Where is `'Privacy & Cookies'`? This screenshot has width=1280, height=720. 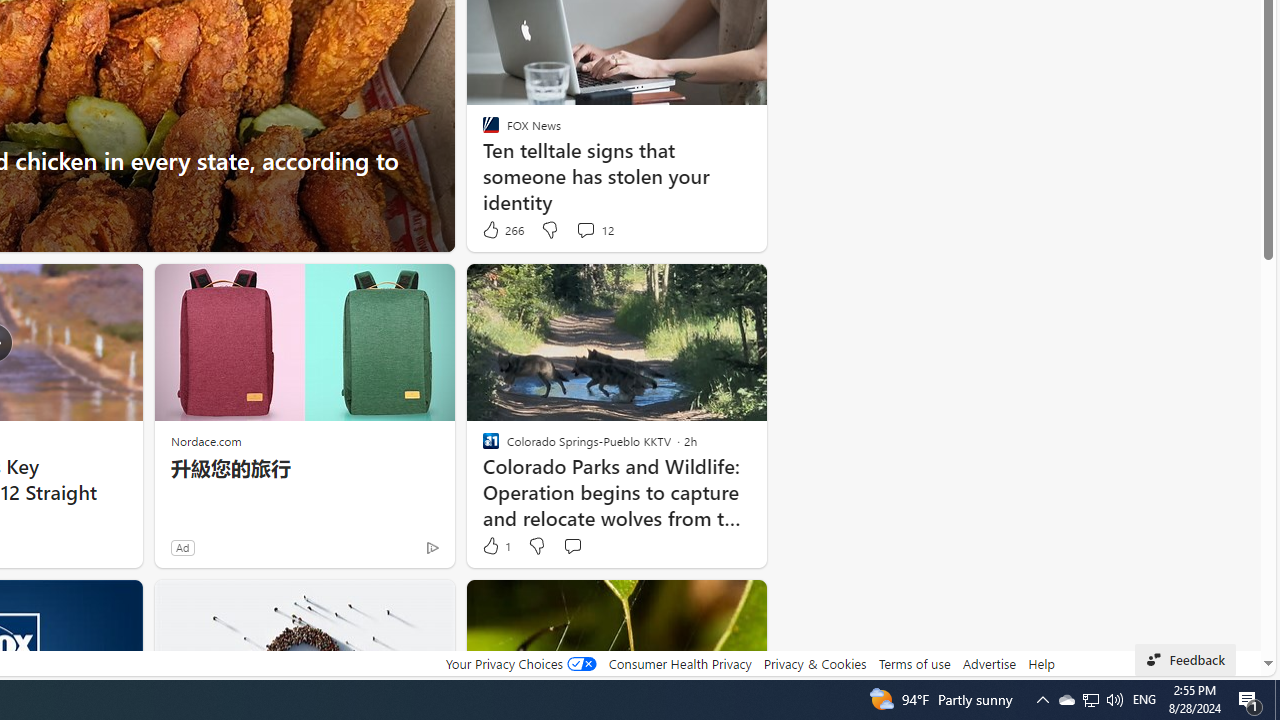
'Privacy & Cookies' is located at coordinates (814, 663).